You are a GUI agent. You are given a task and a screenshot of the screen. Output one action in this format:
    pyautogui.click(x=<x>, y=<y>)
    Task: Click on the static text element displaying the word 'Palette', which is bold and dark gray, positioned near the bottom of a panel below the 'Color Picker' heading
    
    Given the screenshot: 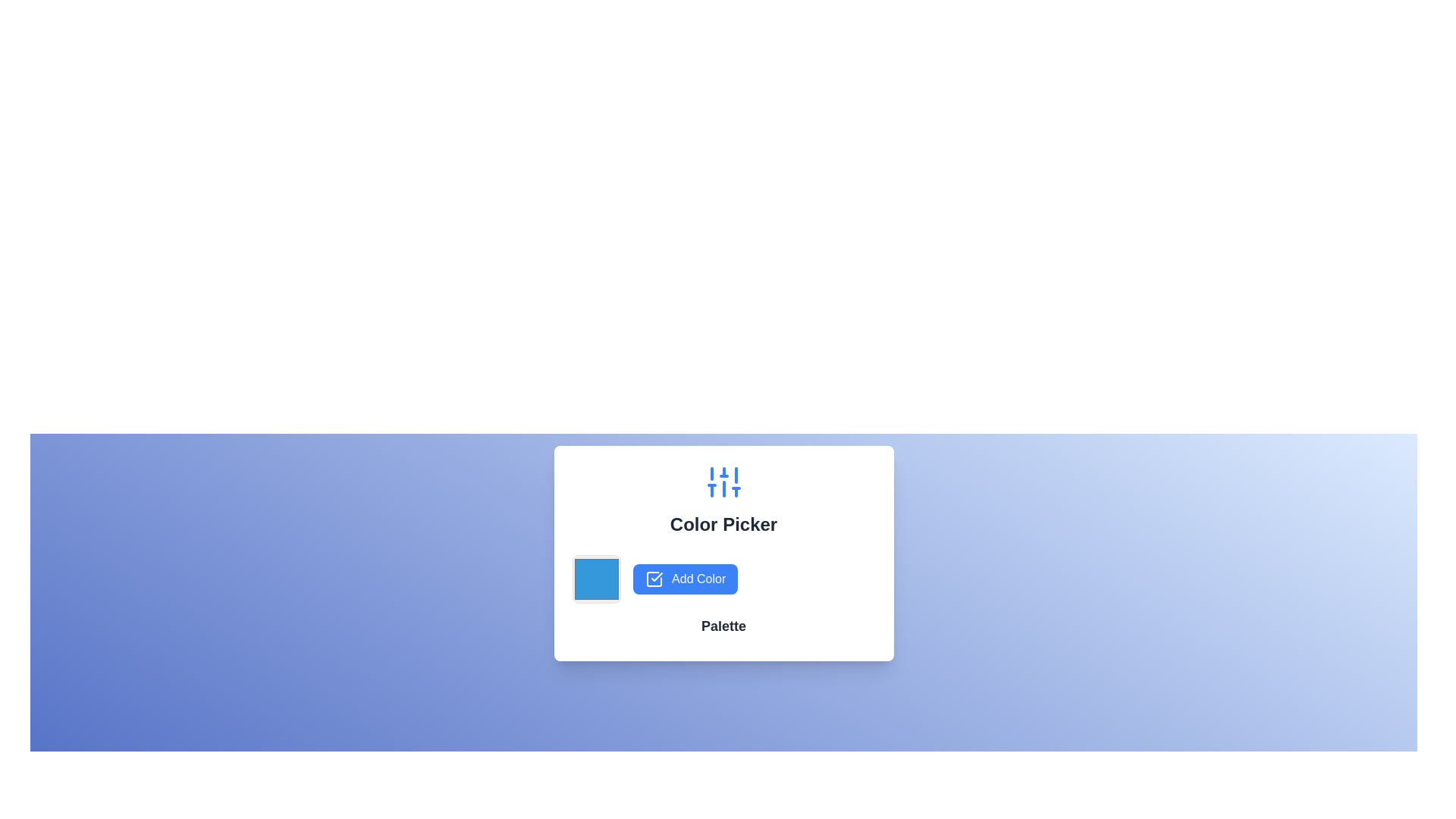 What is the action you would take?
    pyautogui.click(x=723, y=626)
    